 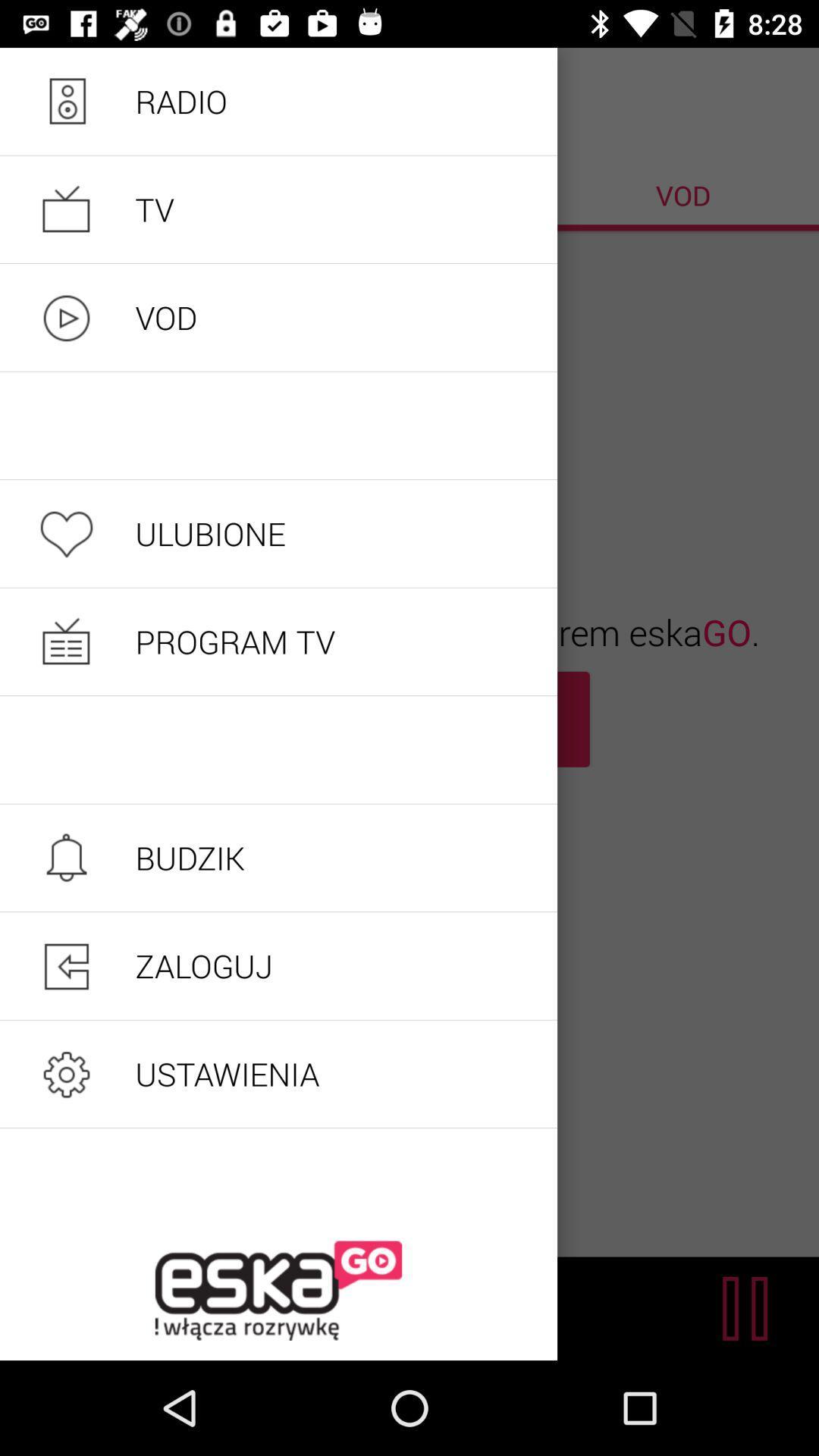 I want to click on the pause icon, so click(x=748, y=1307).